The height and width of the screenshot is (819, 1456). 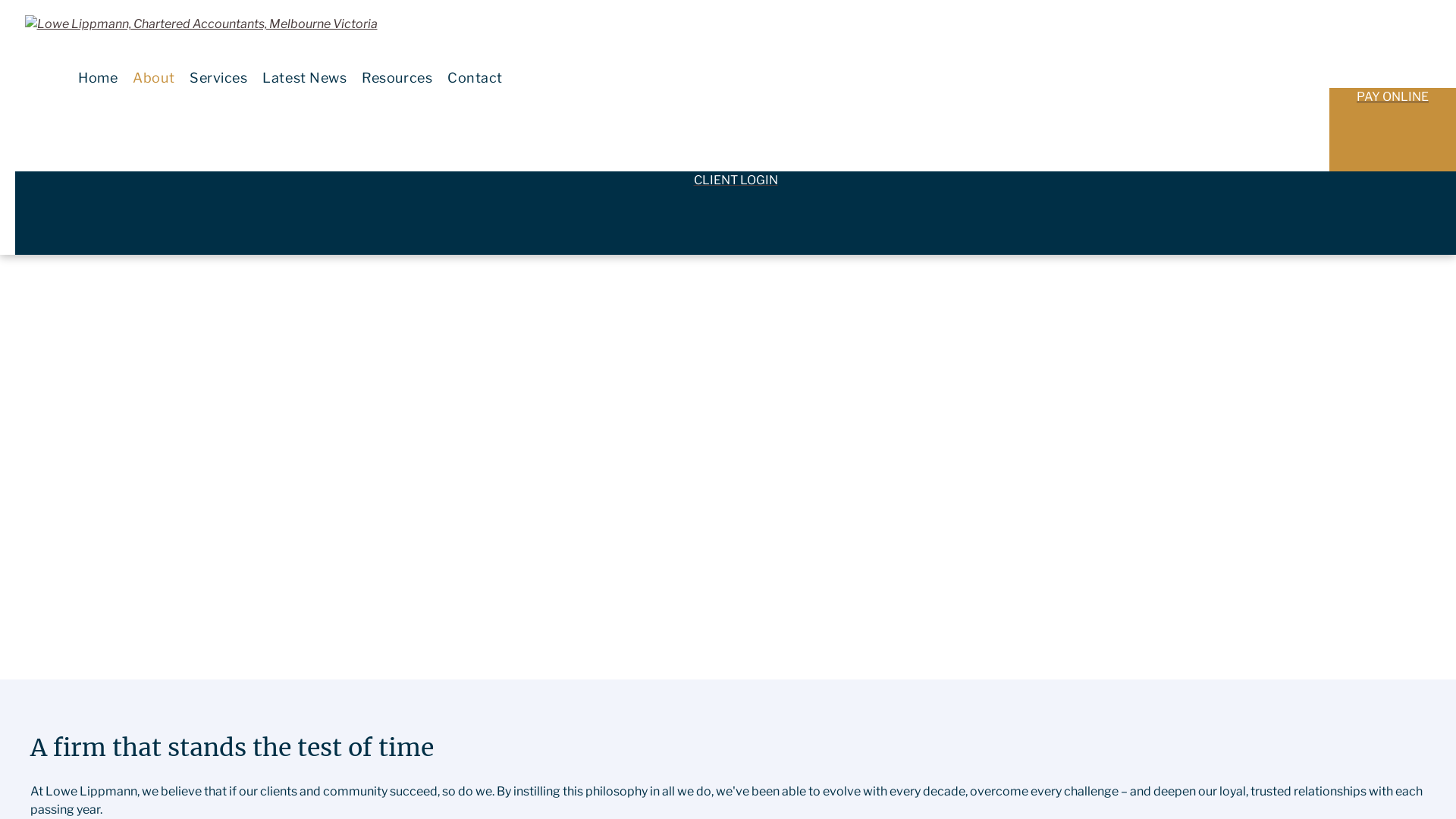 What do you see at coordinates (97, 77) in the screenshot?
I see `'Home'` at bounding box center [97, 77].